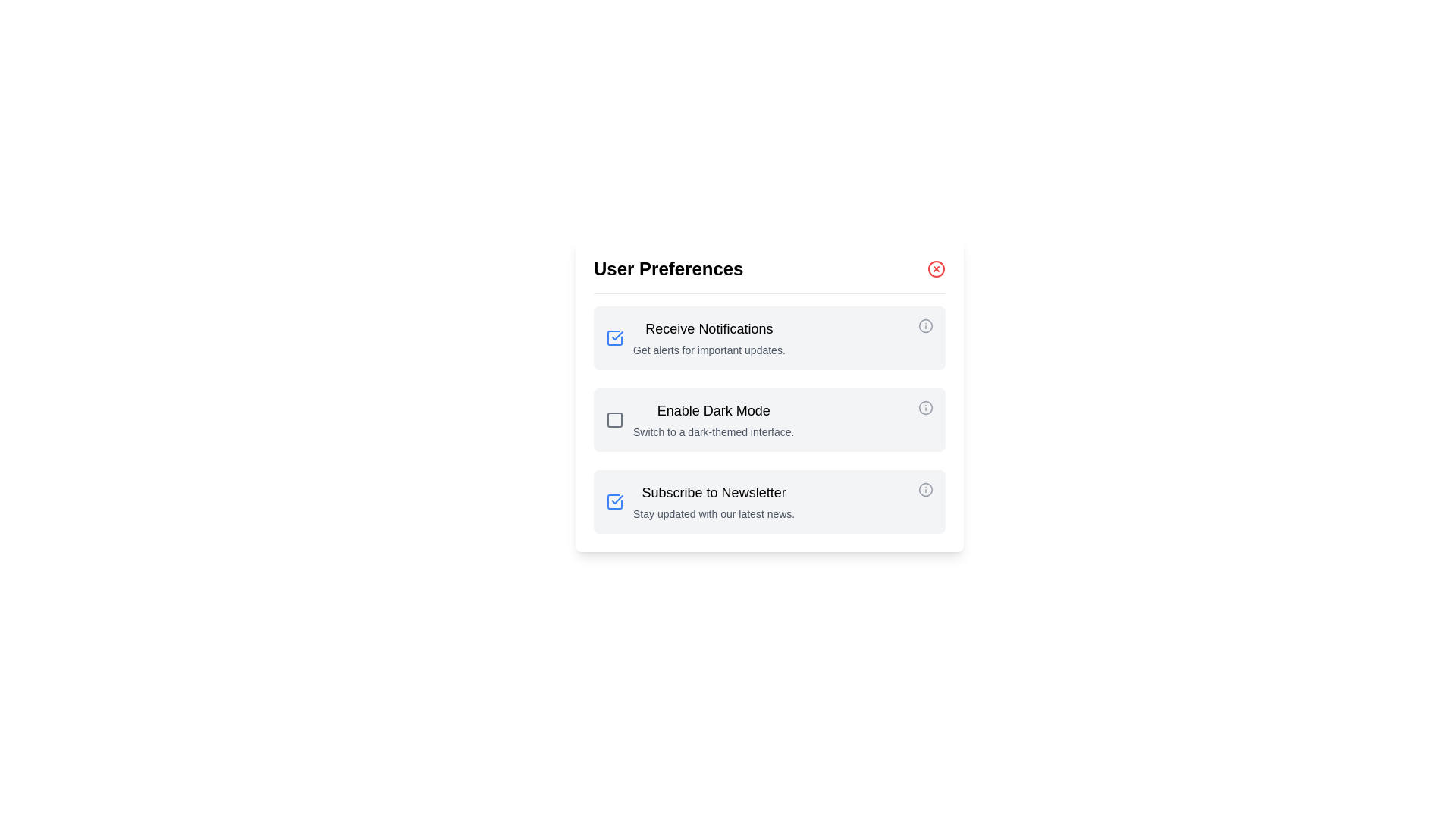  Describe the element at coordinates (713, 420) in the screenshot. I see `'Enable Dark Mode' text label that provides information about switching to a dark-themed interface` at that location.